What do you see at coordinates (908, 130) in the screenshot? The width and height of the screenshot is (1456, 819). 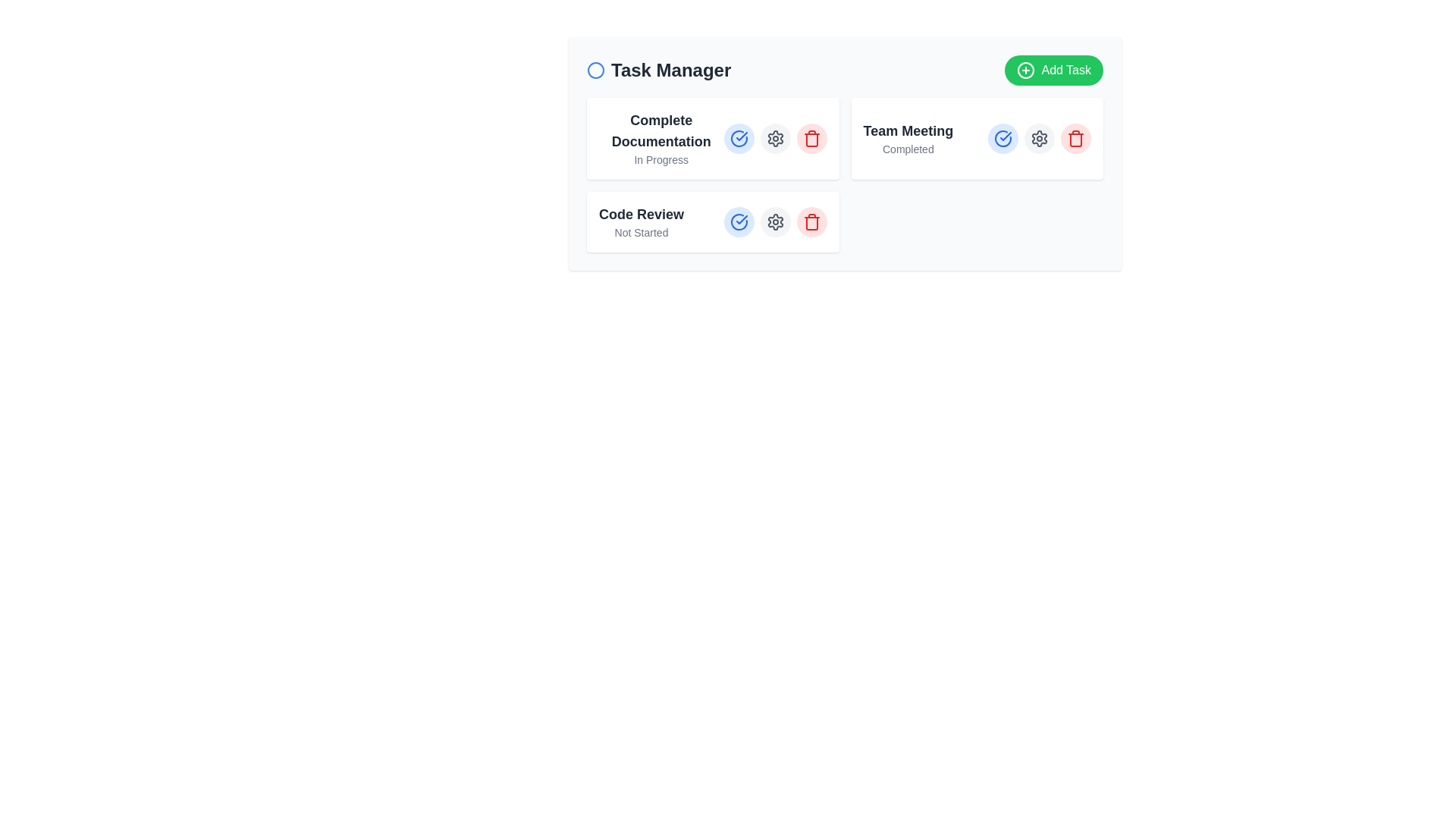 I see `the text label containing the bold text 'Team Meeting'` at bounding box center [908, 130].